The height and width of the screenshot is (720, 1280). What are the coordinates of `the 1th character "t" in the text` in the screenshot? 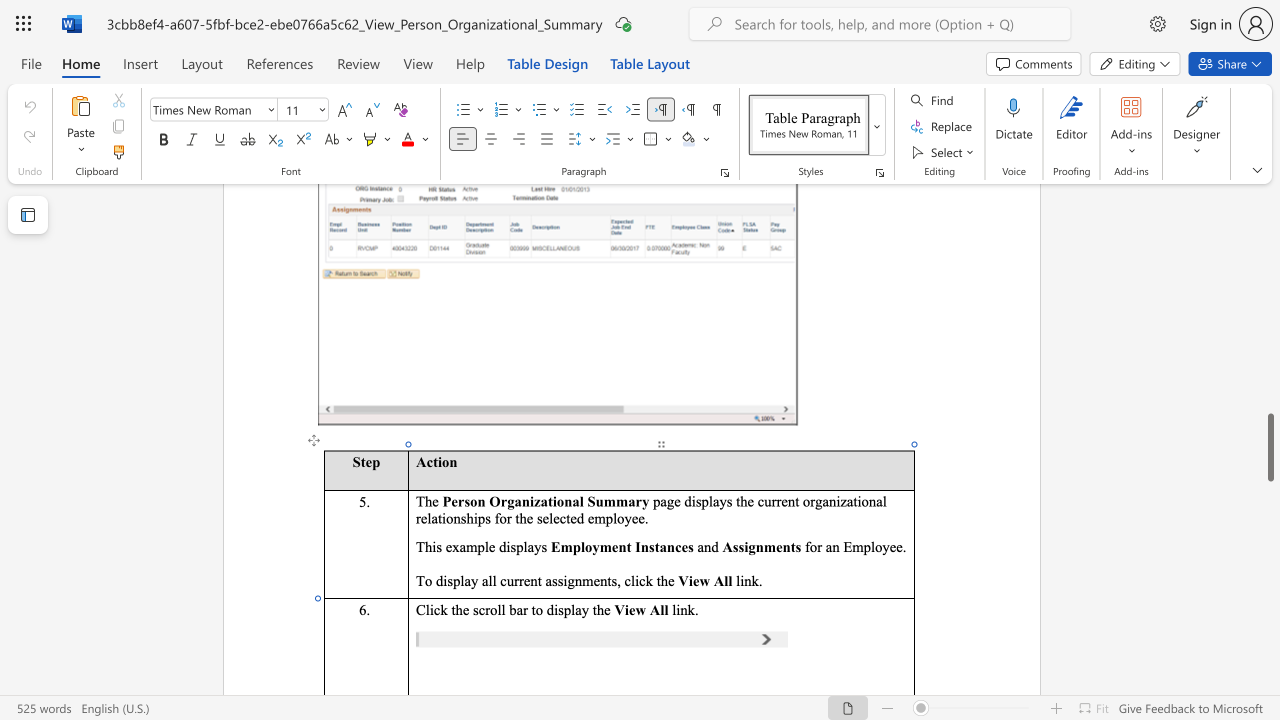 It's located at (550, 500).